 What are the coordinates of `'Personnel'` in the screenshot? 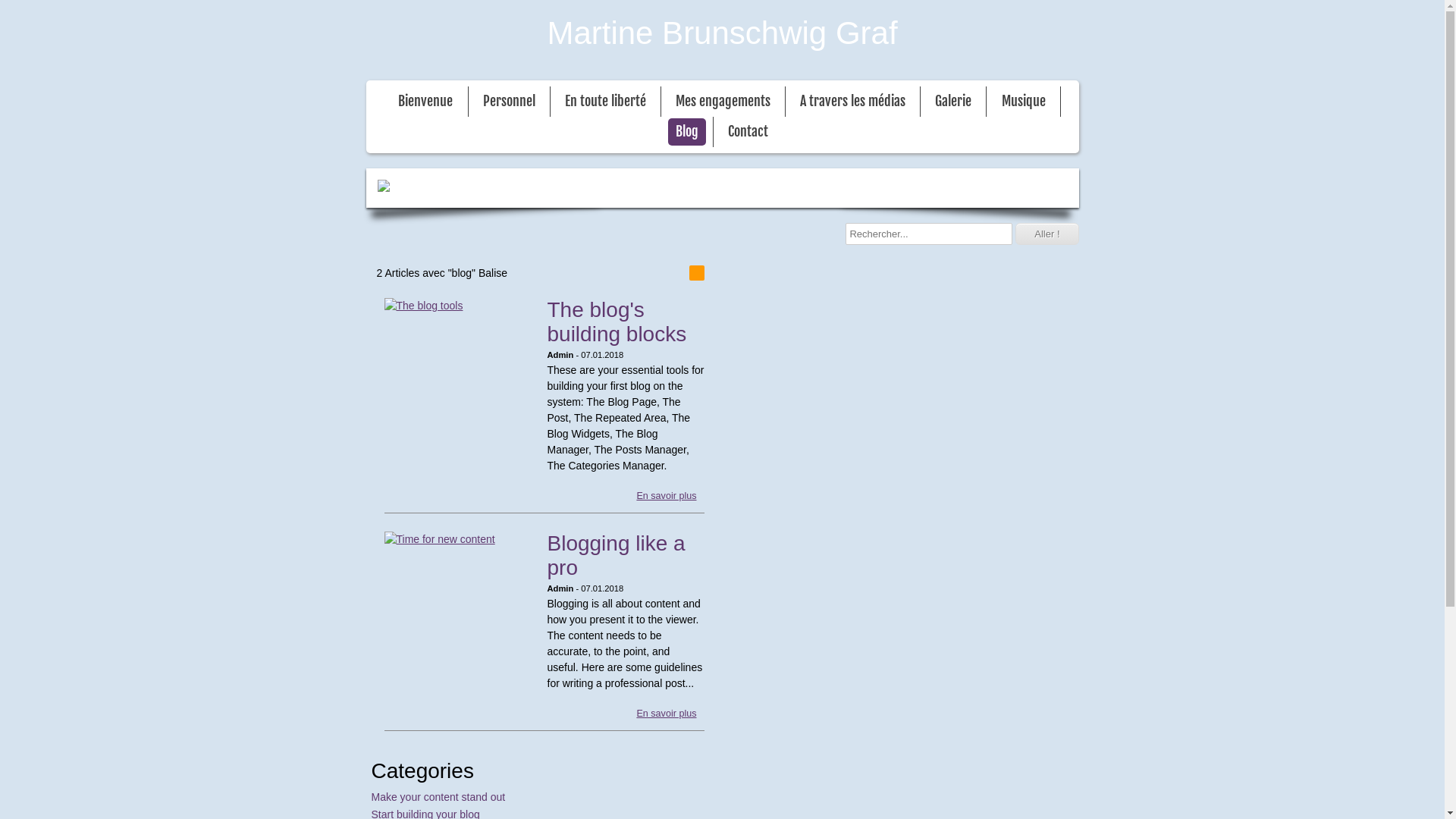 It's located at (509, 102).